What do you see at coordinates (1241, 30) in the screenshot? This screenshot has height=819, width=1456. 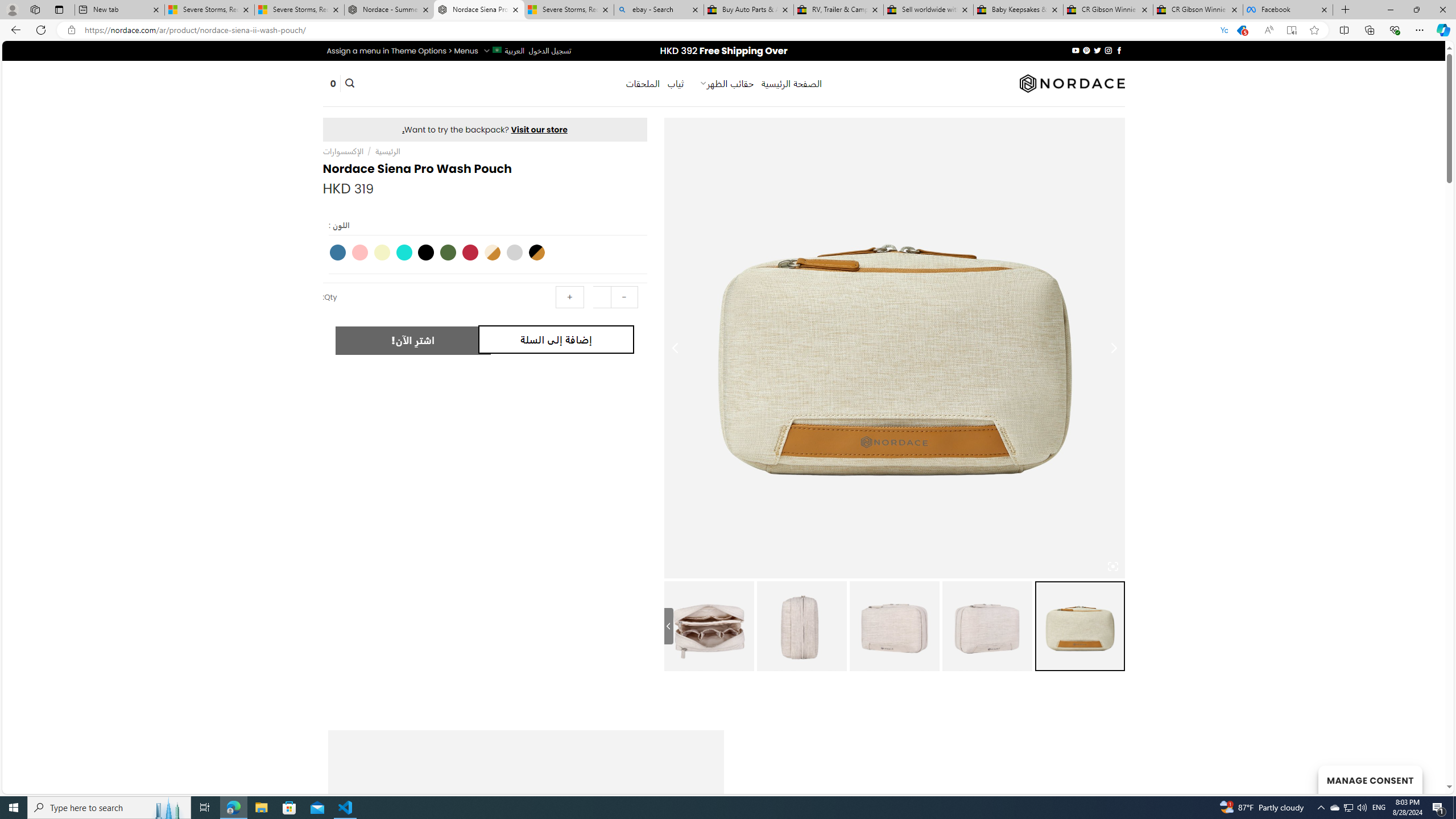 I see `'You have the best price!'` at bounding box center [1241, 30].